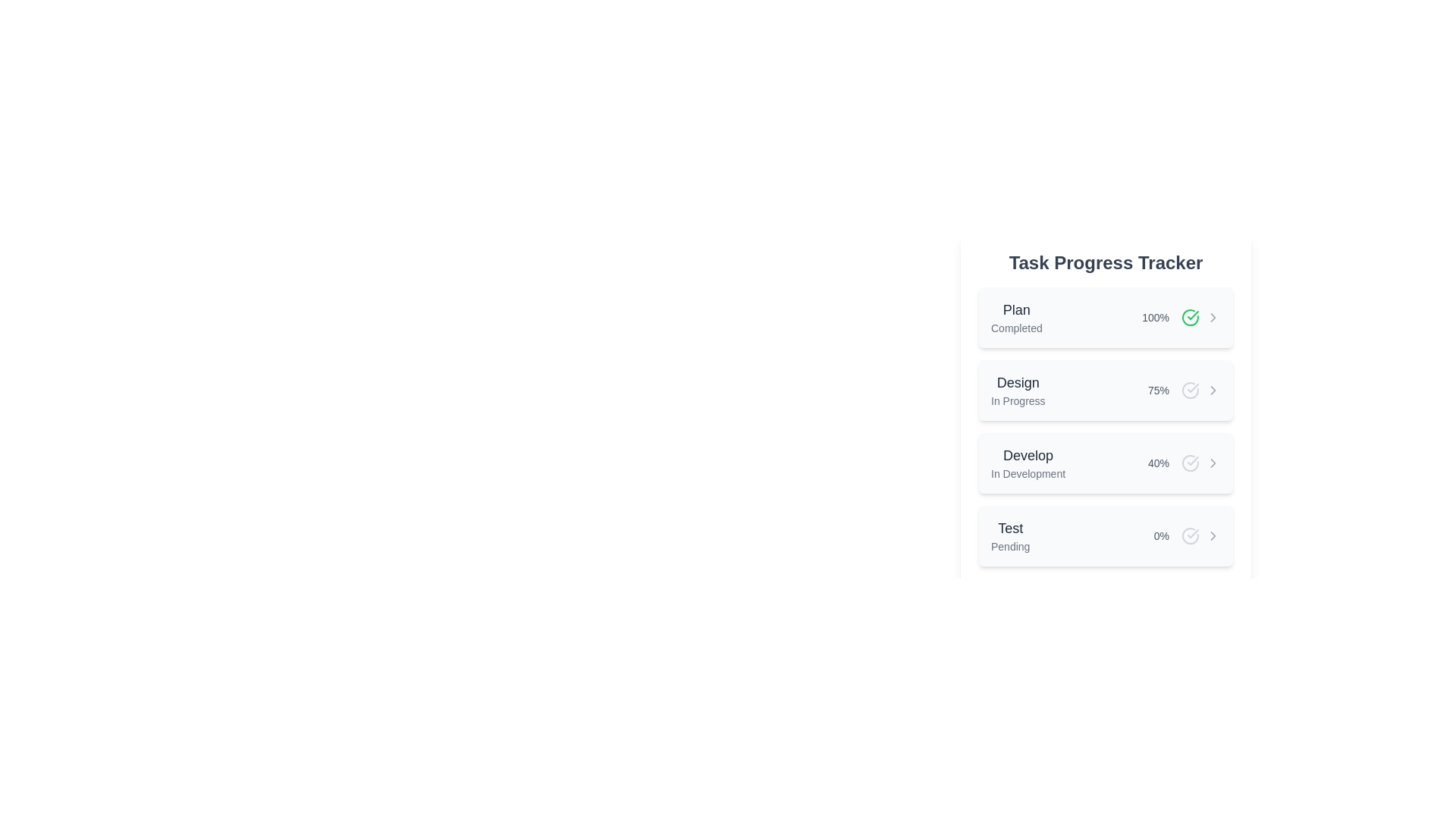 This screenshot has height=819, width=1456. I want to click on the Chevron icon located at the far-right of the 'Test' task entry, so click(1212, 535).